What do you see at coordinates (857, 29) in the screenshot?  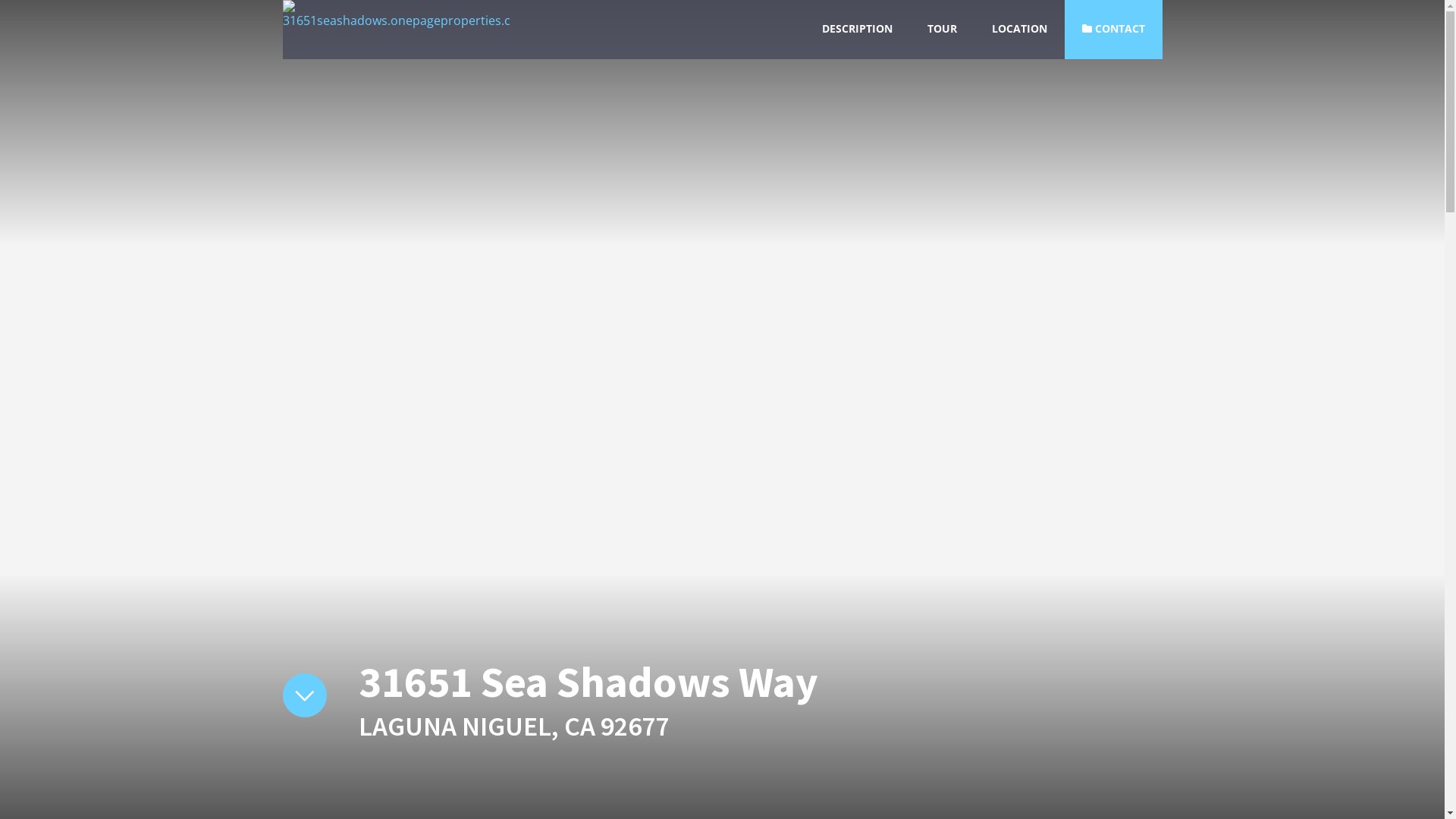 I see `'DESCRIPTION'` at bounding box center [857, 29].